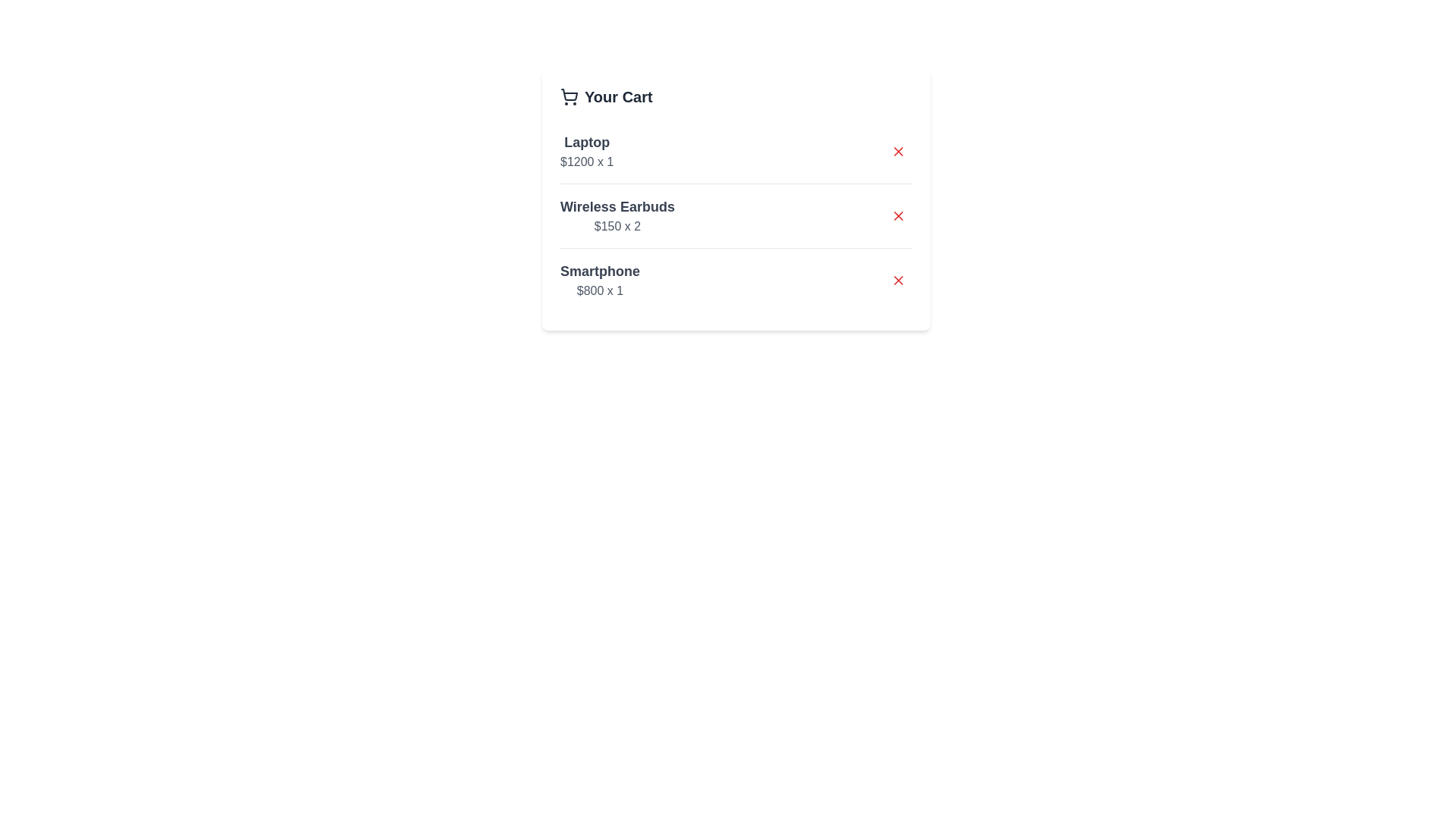 This screenshot has width=1456, height=819. I want to click on the remove button for the item 'Smartphone', so click(899, 281).